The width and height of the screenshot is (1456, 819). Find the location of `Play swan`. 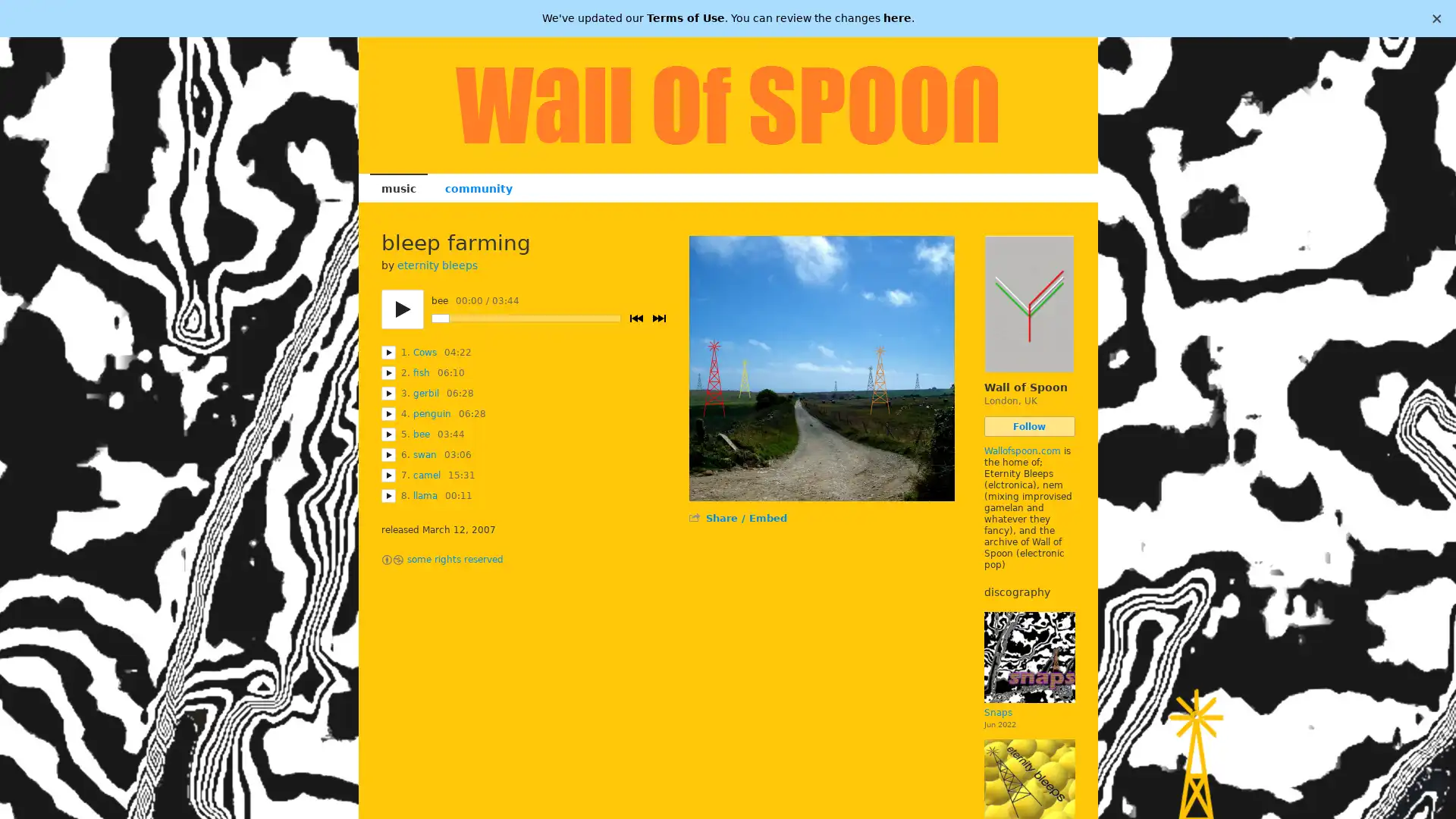

Play swan is located at coordinates (388, 454).